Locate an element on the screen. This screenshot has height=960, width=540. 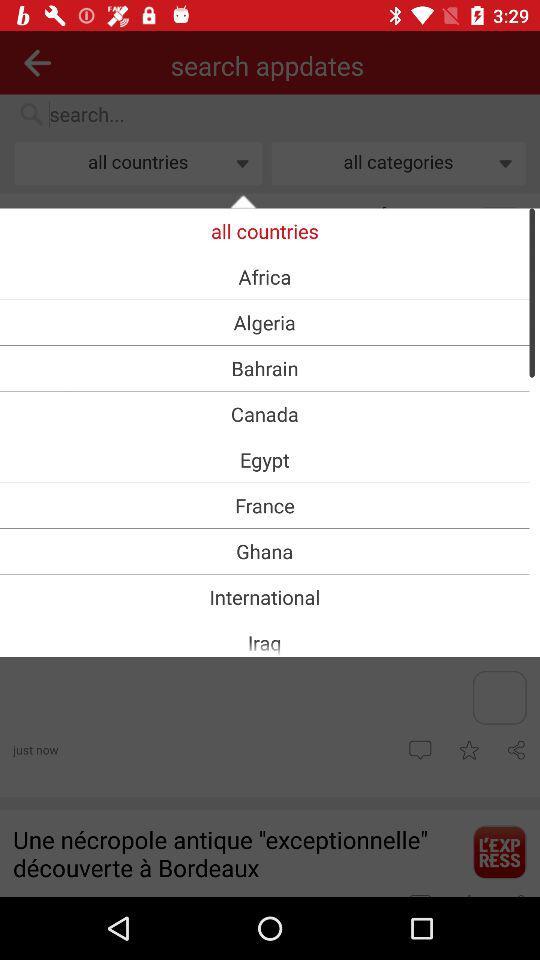
the icon above the egypt icon is located at coordinates (264, 413).